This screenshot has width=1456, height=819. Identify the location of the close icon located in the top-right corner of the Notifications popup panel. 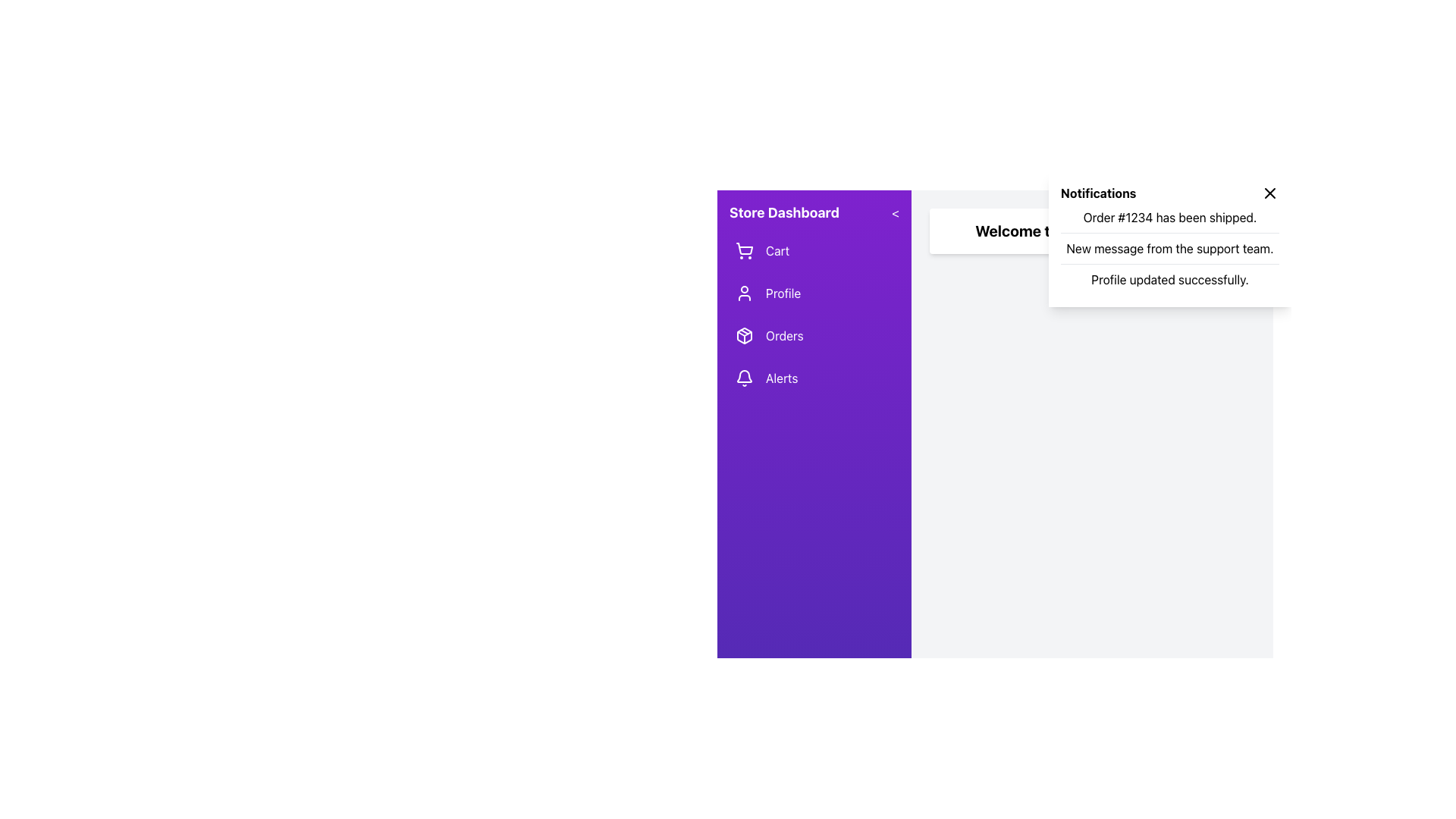
(1270, 192).